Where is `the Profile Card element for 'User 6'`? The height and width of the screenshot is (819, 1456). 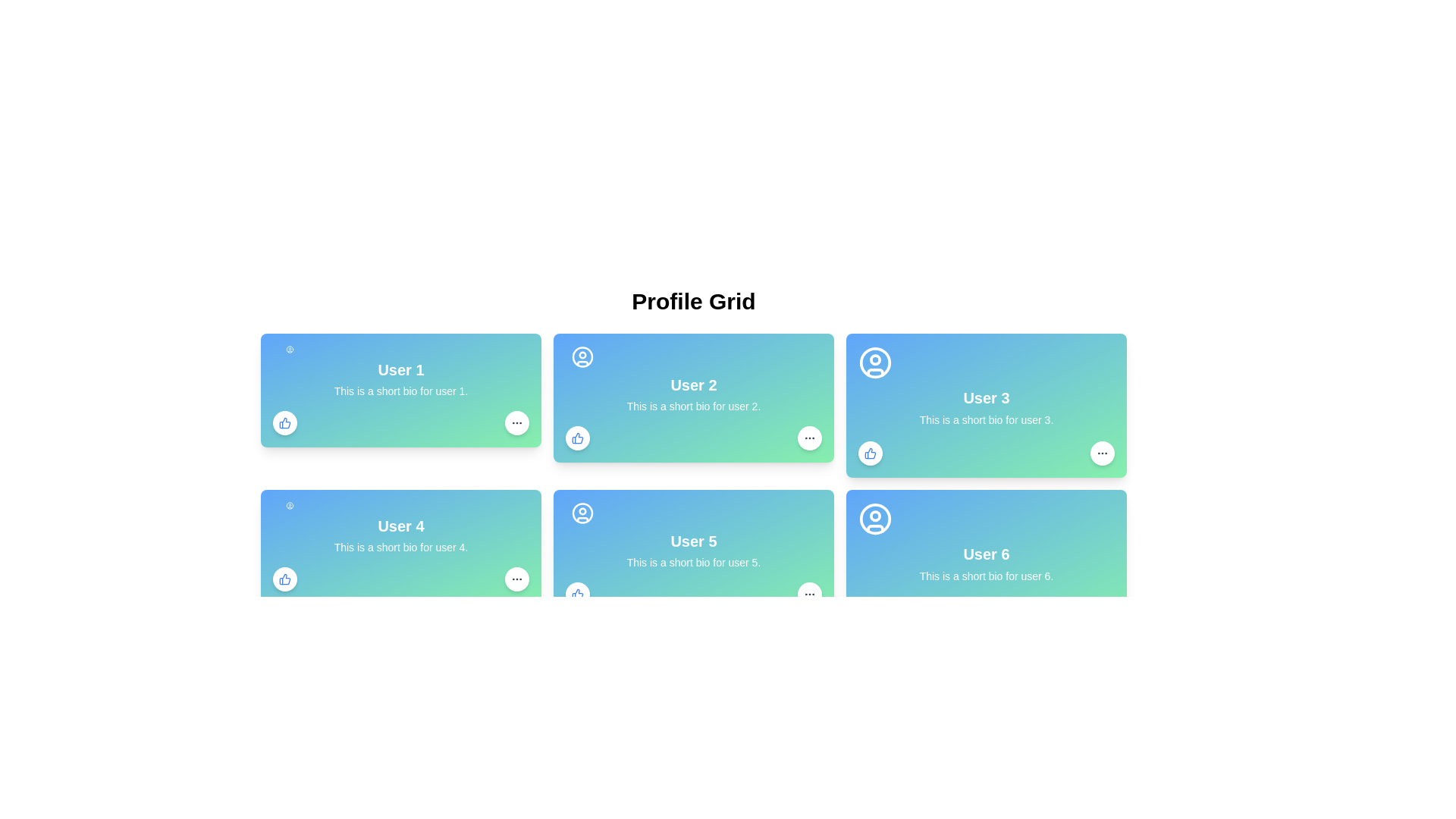 the Profile Card element for 'User 6' is located at coordinates (986, 561).